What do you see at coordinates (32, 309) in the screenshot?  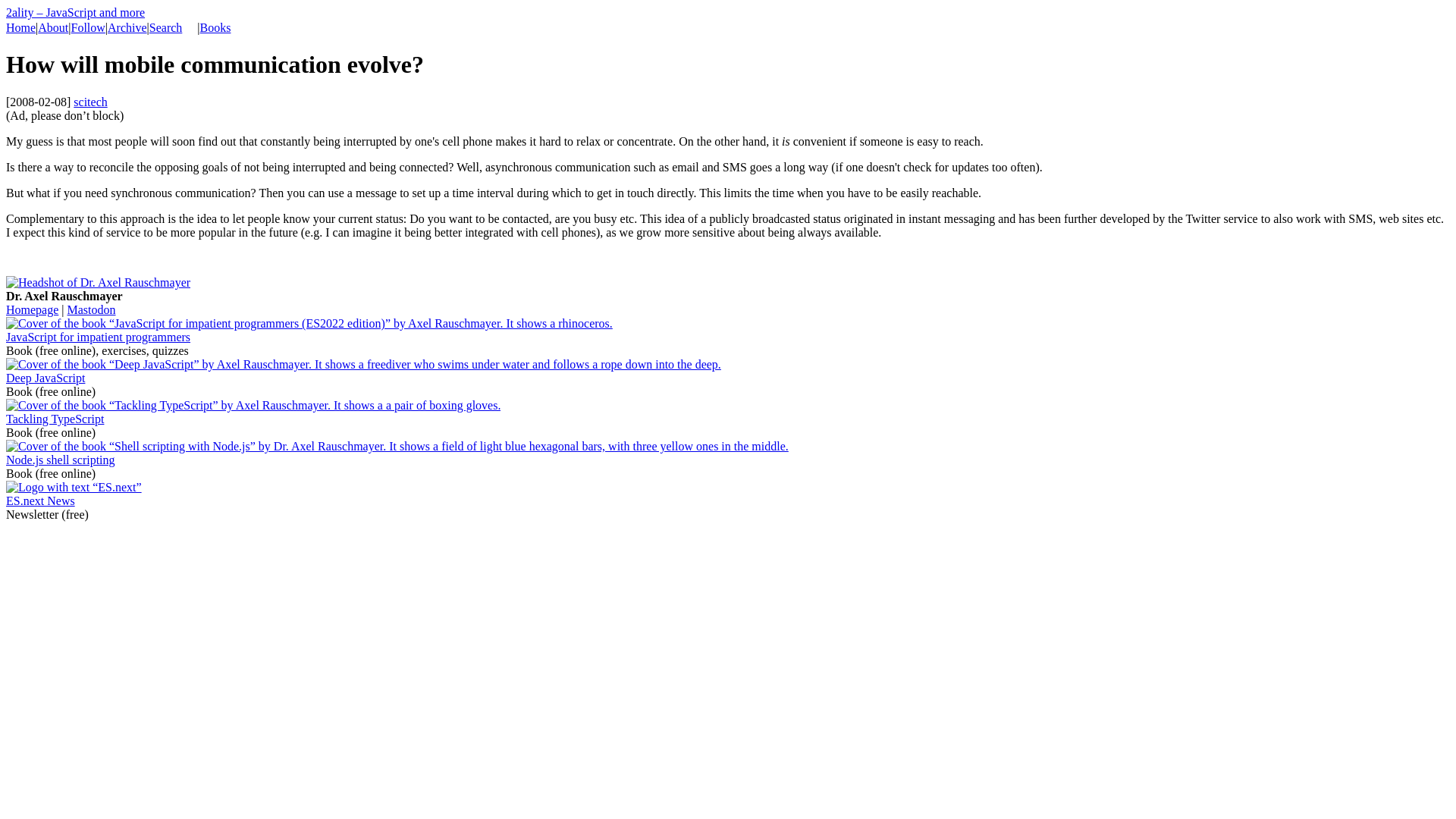 I see `'Homepage'` at bounding box center [32, 309].